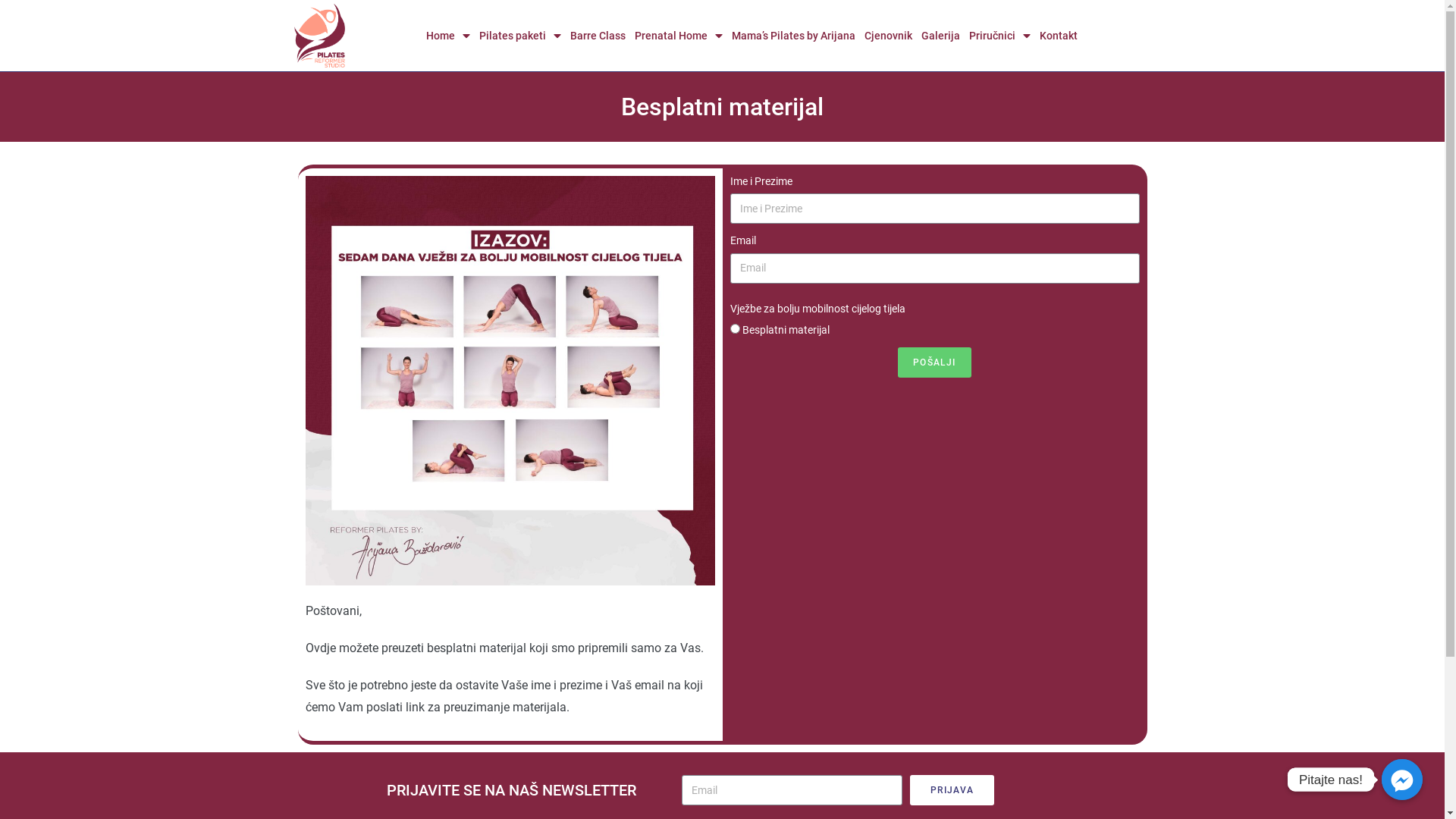 Image resolution: width=1456 pixels, height=819 pixels. What do you see at coordinates (629, 34) in the screenshot?
I see `'Prenatal Home'` at bounding box center [629, 34].